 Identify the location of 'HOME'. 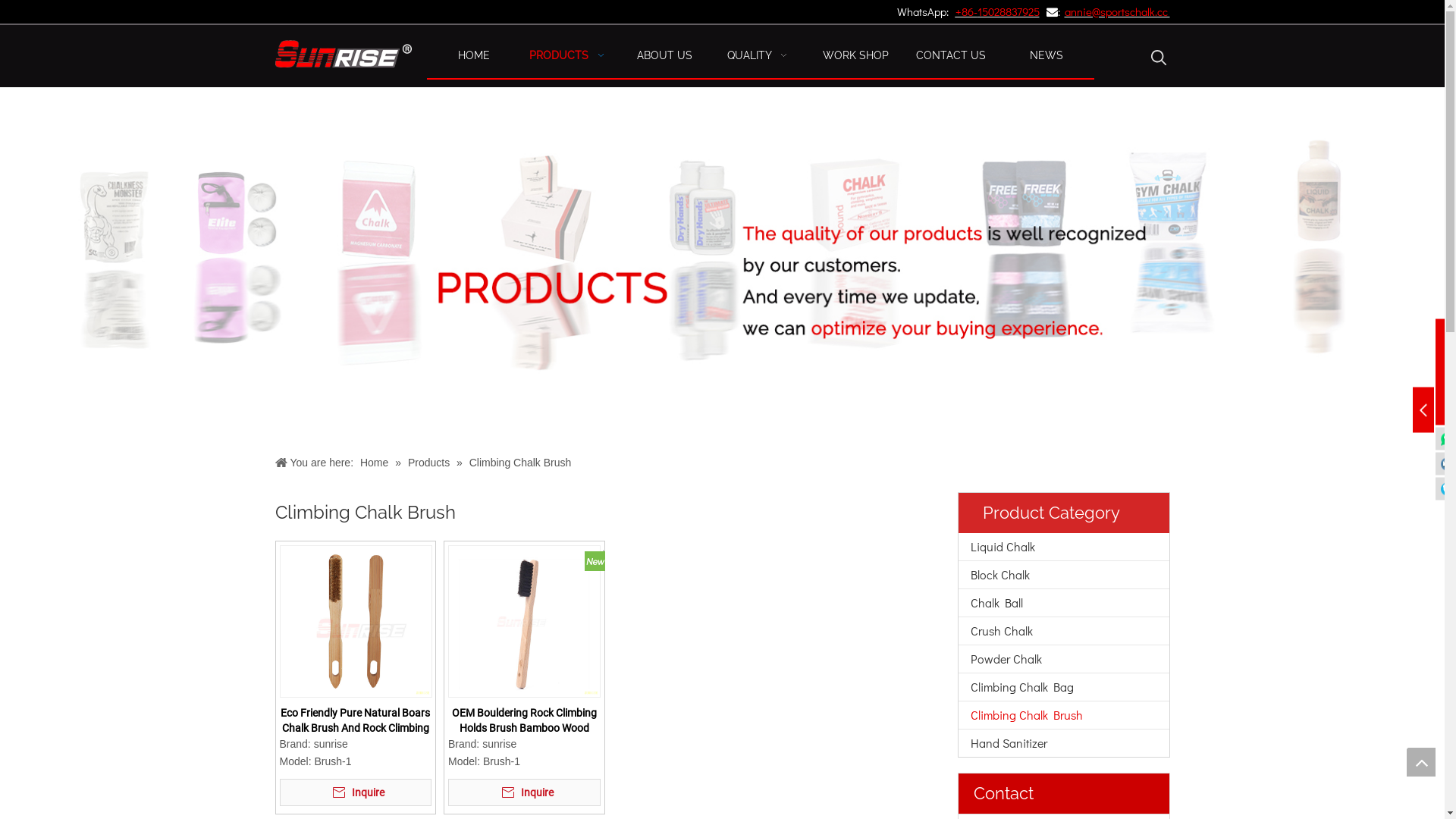
(472, 55).